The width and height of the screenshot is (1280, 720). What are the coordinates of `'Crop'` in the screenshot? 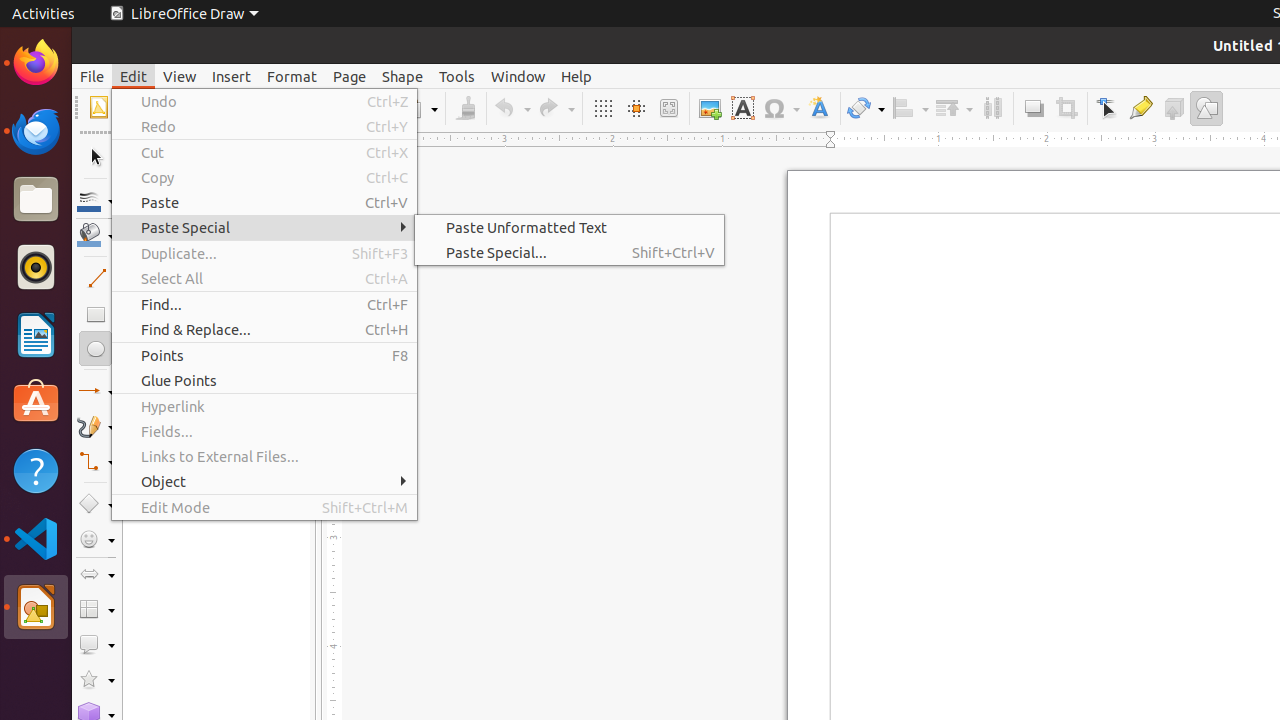 It's located at (1065, 108).